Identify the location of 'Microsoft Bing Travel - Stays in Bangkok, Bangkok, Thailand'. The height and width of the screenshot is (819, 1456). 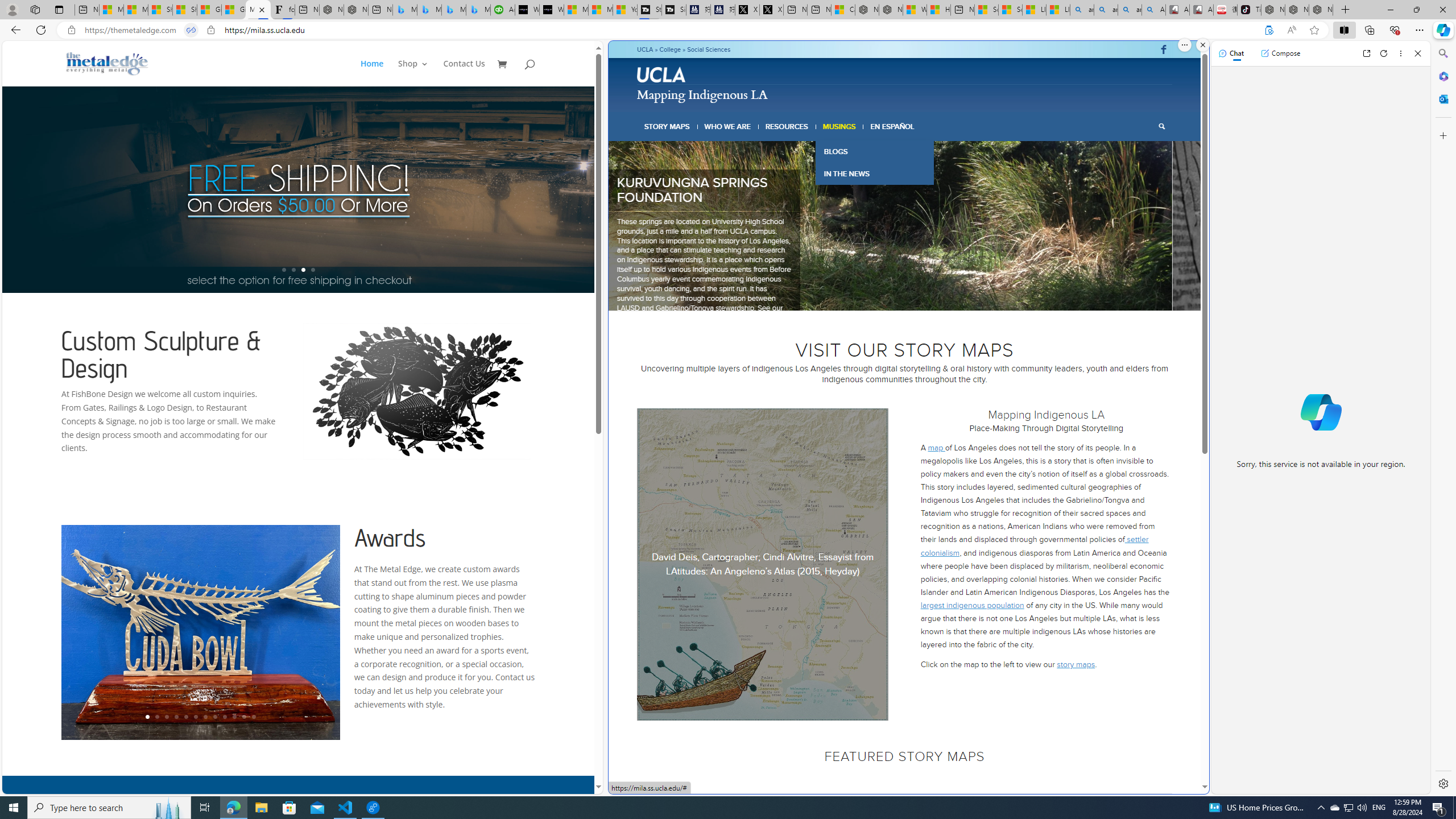
(429, 9).